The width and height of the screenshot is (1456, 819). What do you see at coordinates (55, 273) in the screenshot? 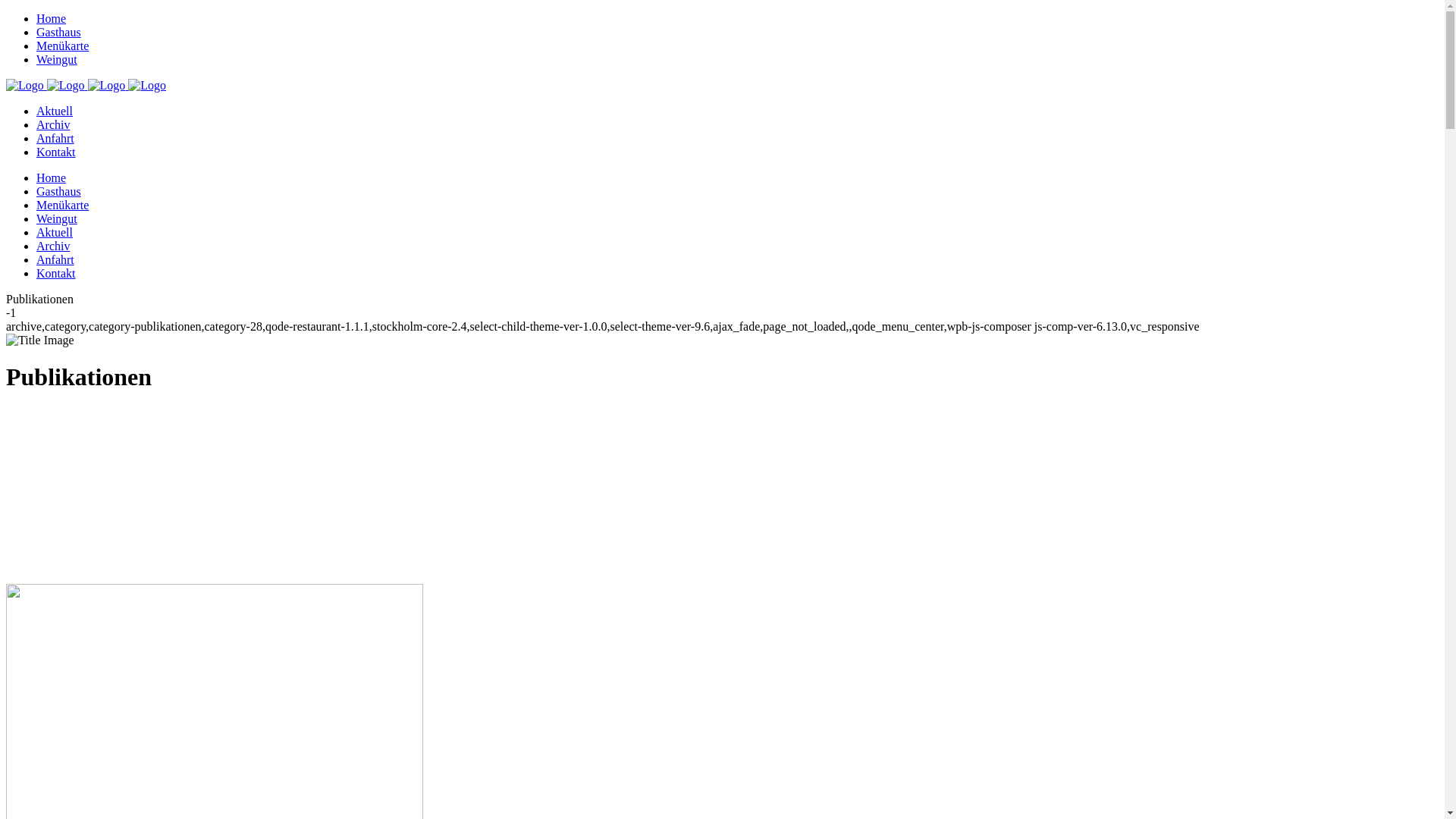
I see `'Kontakt'` at bounding box center [55, 273].